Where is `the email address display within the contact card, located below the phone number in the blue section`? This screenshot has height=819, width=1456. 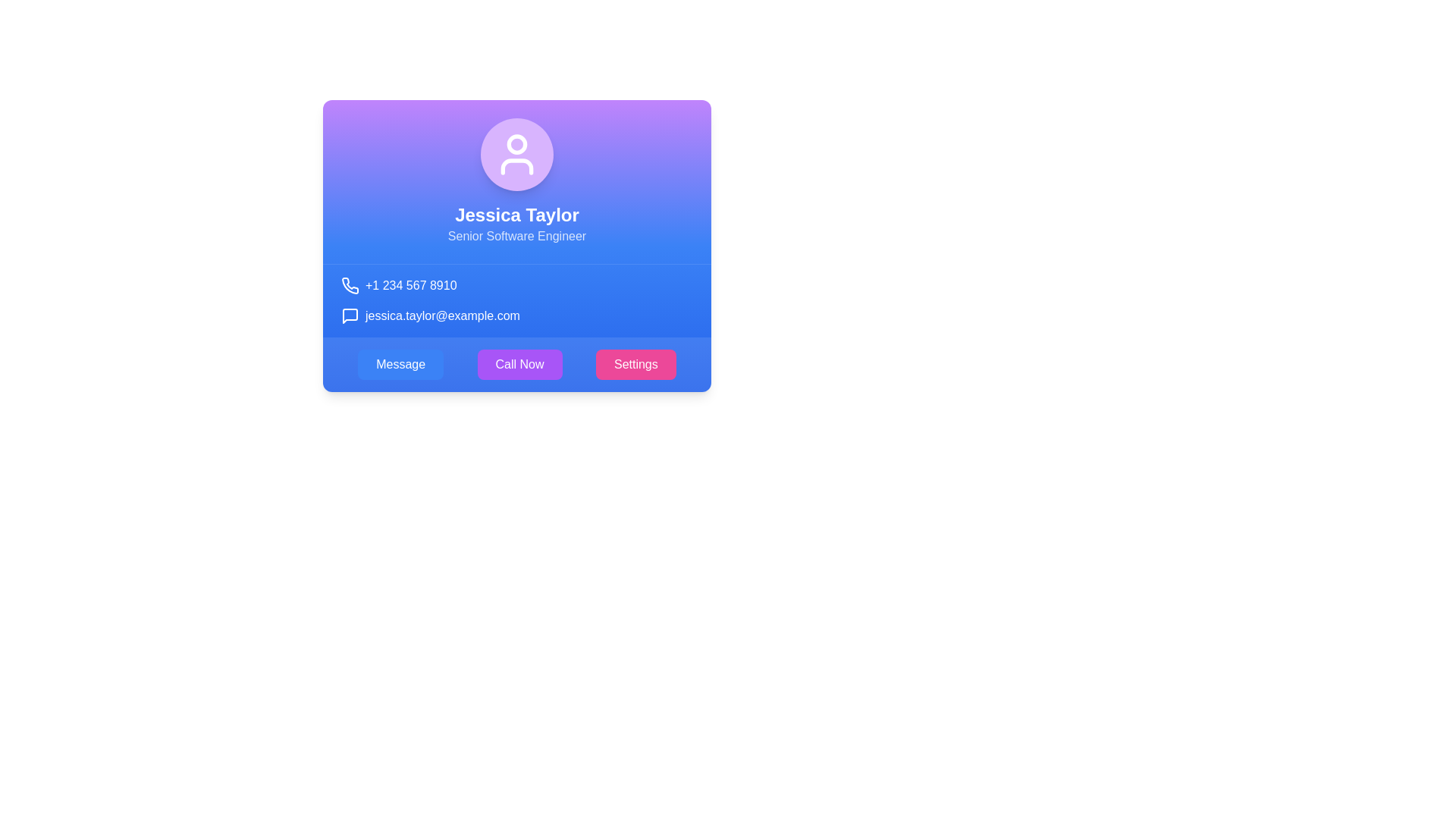
the email address display within the contact card, located below the phone number in the blue section is located at coordinates (516, 315).